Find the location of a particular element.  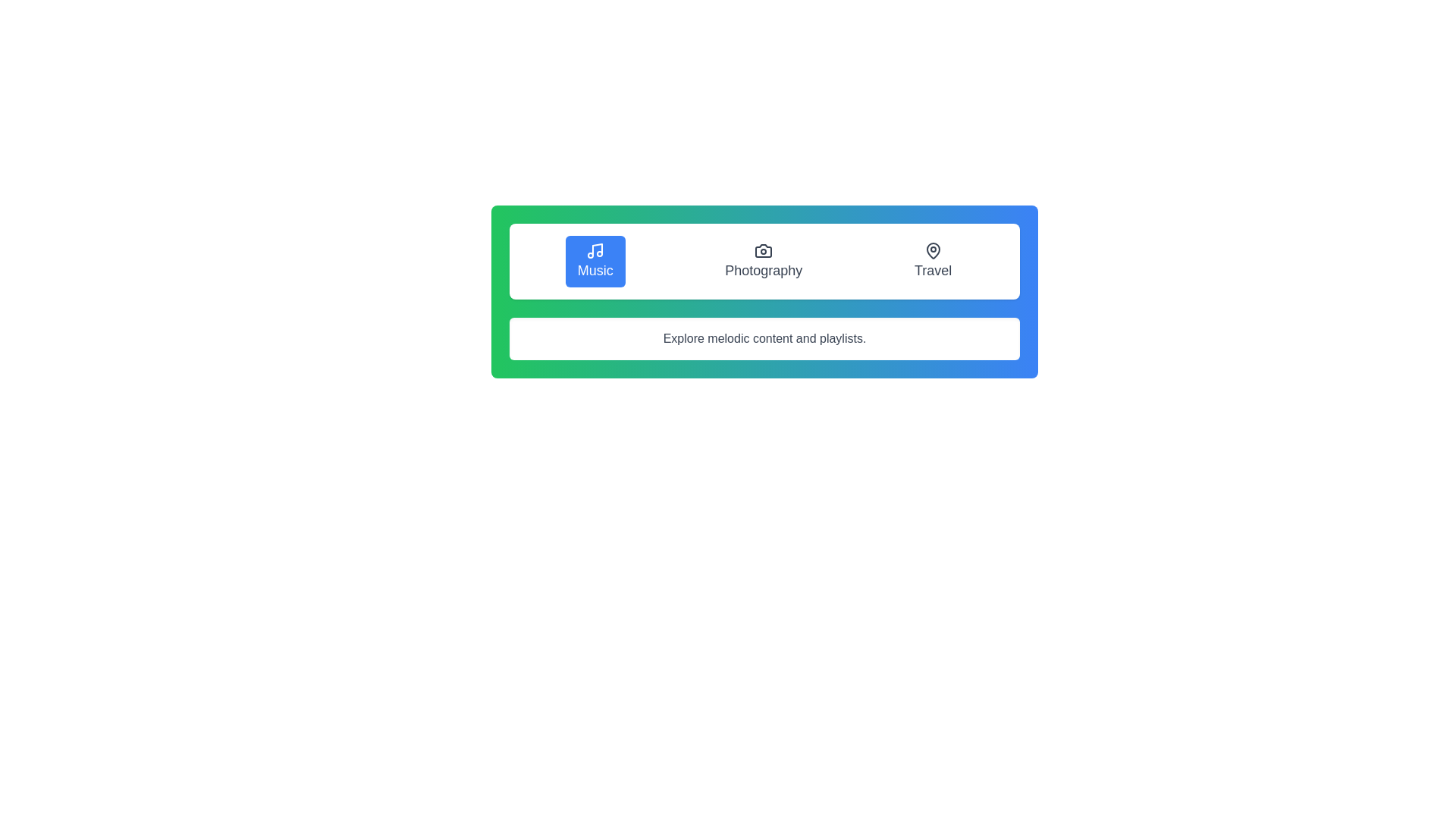

the Music tab to switch content is located at coordinates (595, 260).